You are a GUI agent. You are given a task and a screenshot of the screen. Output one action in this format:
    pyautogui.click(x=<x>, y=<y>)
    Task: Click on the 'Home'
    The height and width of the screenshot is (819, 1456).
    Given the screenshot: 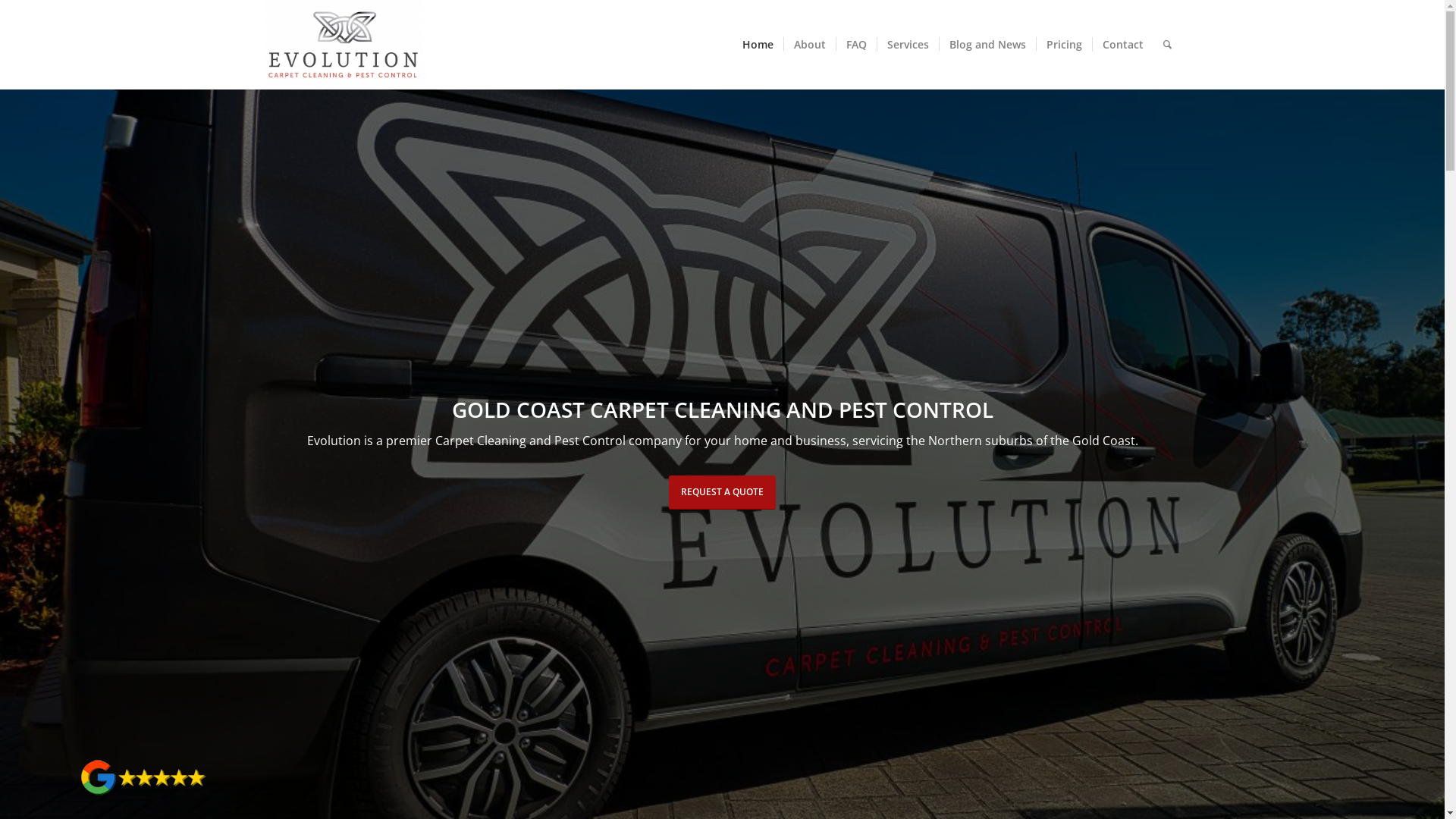 What is the action you would take?
    pyautogui.click(x=732, y=43)
    